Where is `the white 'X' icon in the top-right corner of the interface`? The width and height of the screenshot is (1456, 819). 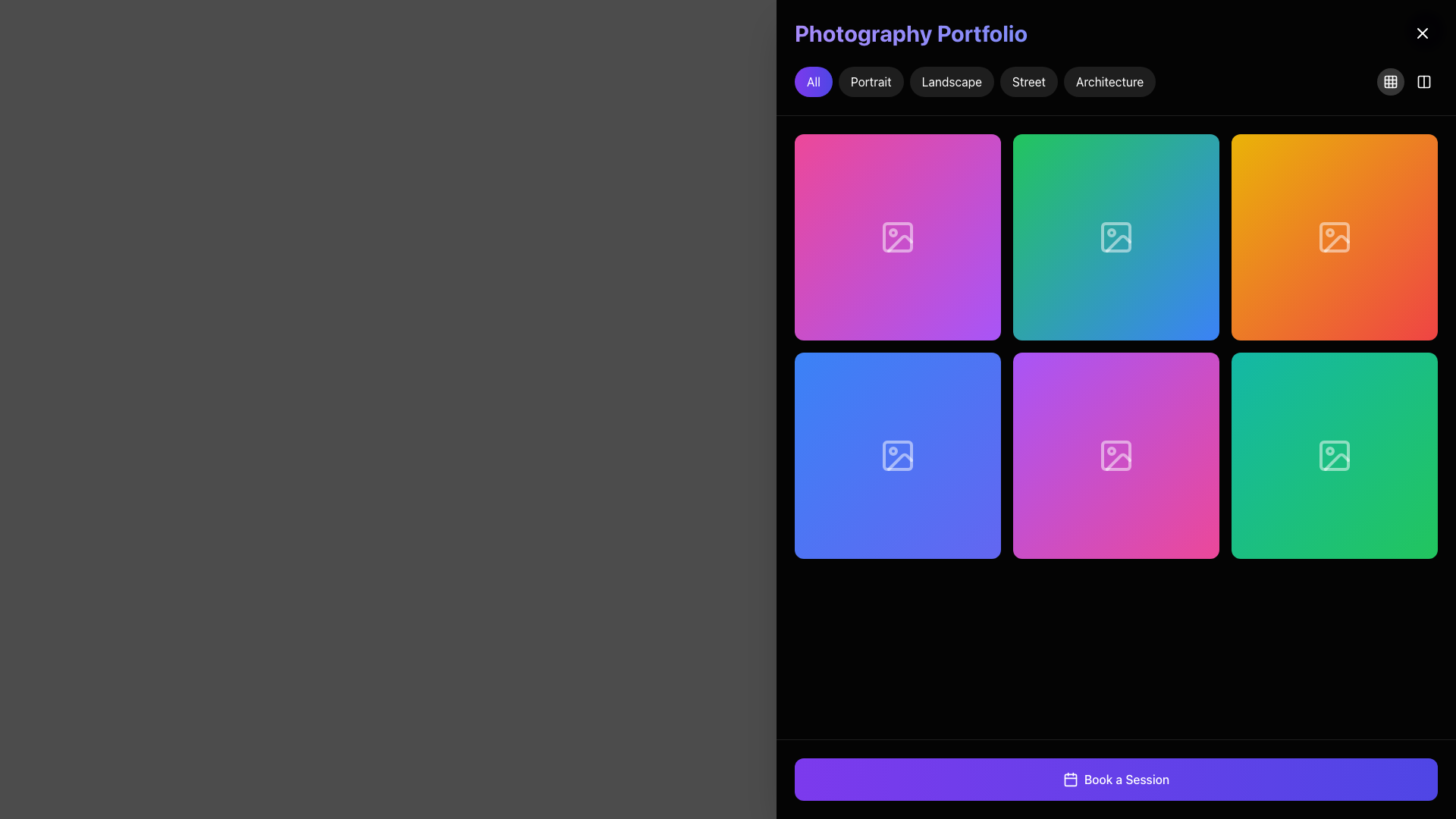 the white 'X' icon in the top-right corner of the interface is located at coordinates (1422, 33).